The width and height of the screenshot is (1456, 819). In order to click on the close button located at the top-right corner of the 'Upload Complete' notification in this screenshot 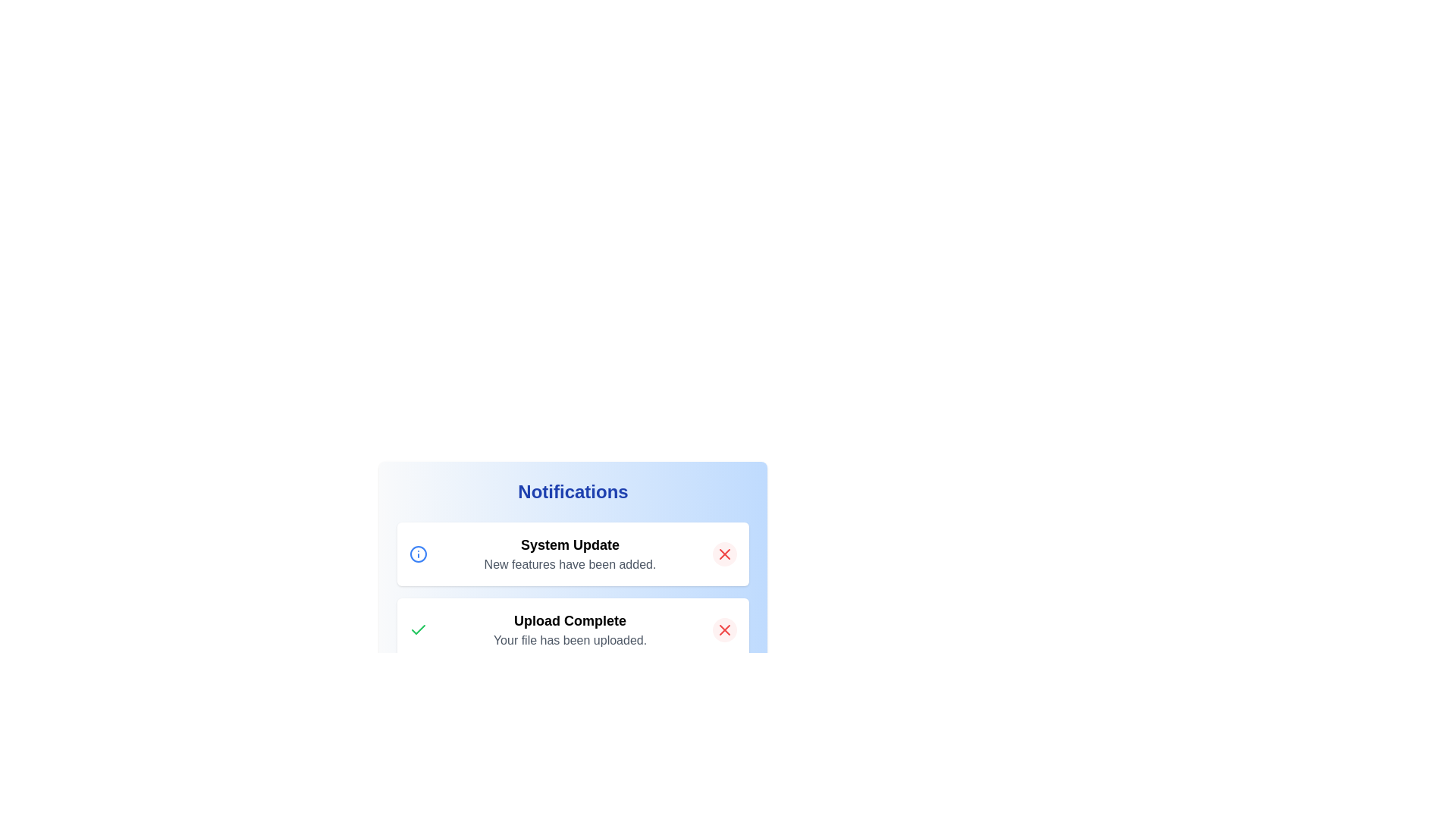, I will do `click(723, 629)`.